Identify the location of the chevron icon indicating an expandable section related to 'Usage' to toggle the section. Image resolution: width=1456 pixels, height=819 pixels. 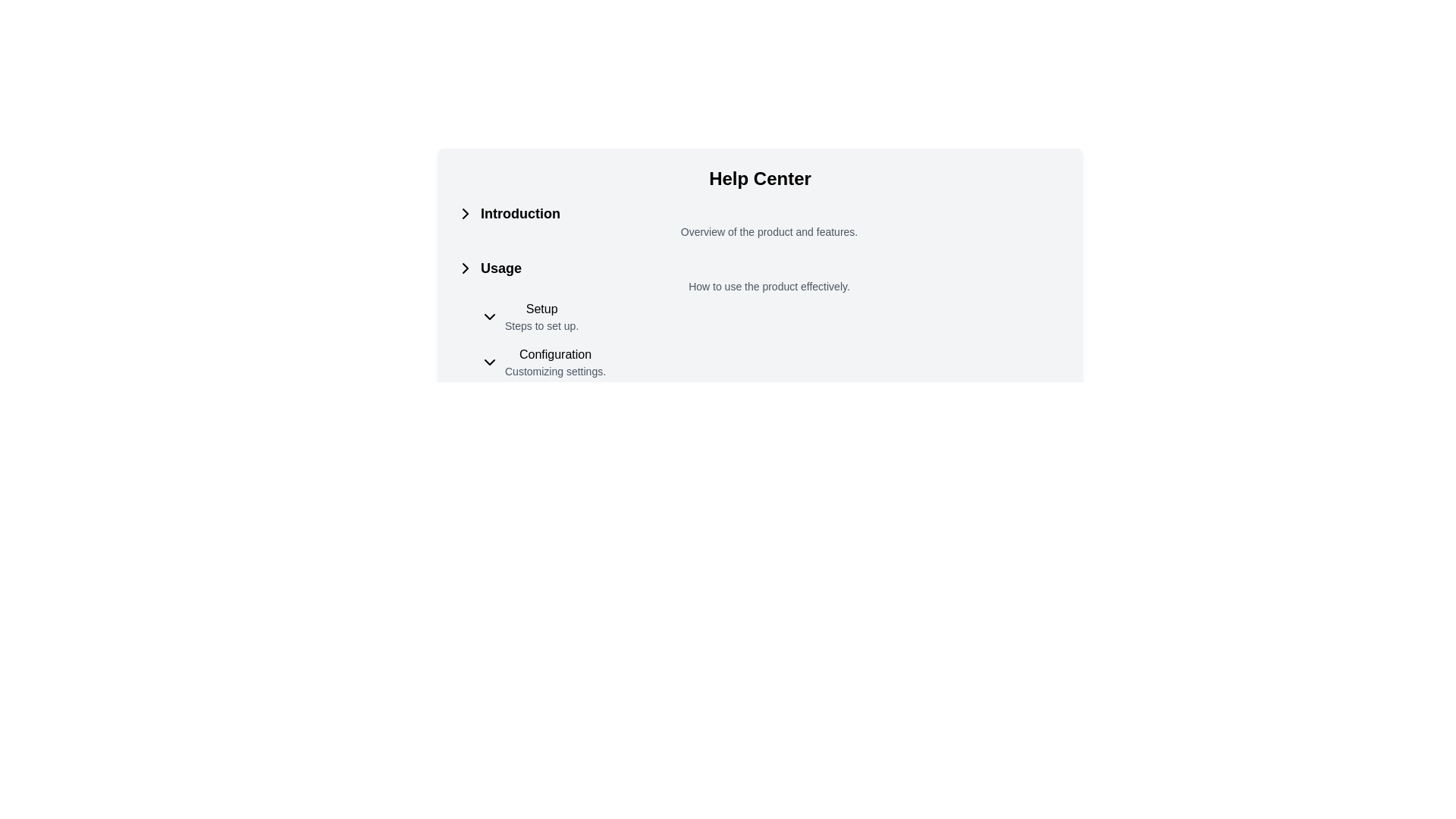
(465, 268).